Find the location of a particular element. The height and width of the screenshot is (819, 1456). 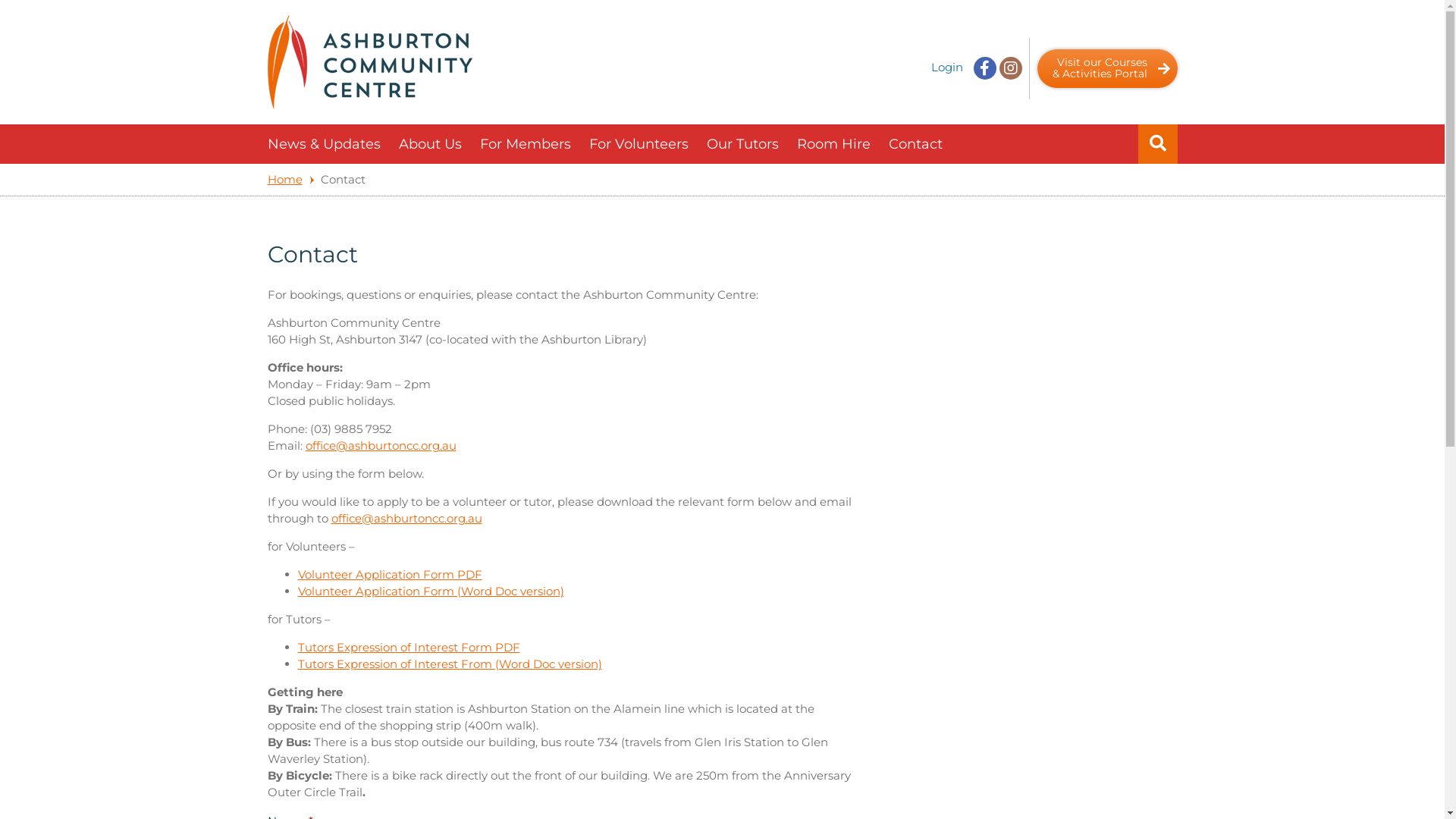

'Ashburton Community Centre' is located at coordinates (369, 61).